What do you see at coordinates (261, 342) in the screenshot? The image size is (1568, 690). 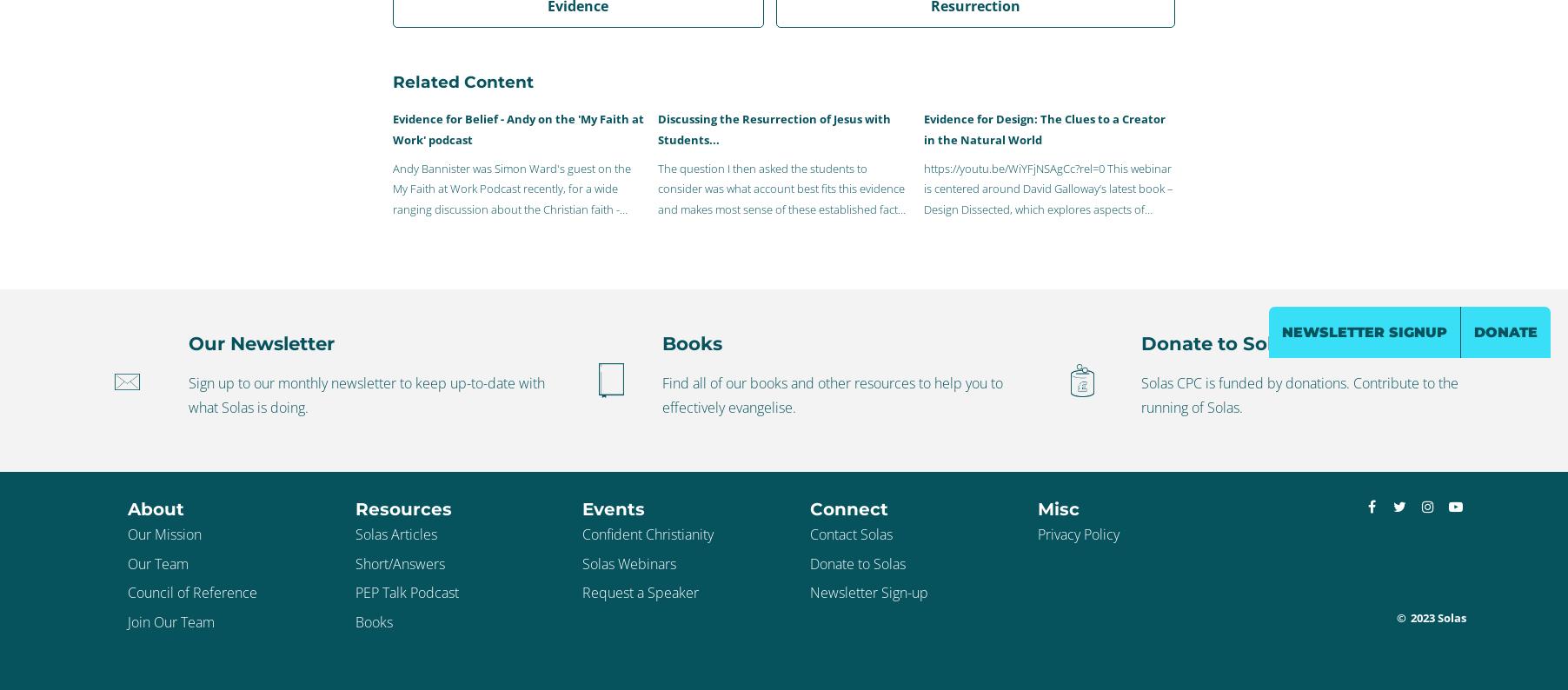 I see `'Our Newsletter'` at bounding box center [261, 342].